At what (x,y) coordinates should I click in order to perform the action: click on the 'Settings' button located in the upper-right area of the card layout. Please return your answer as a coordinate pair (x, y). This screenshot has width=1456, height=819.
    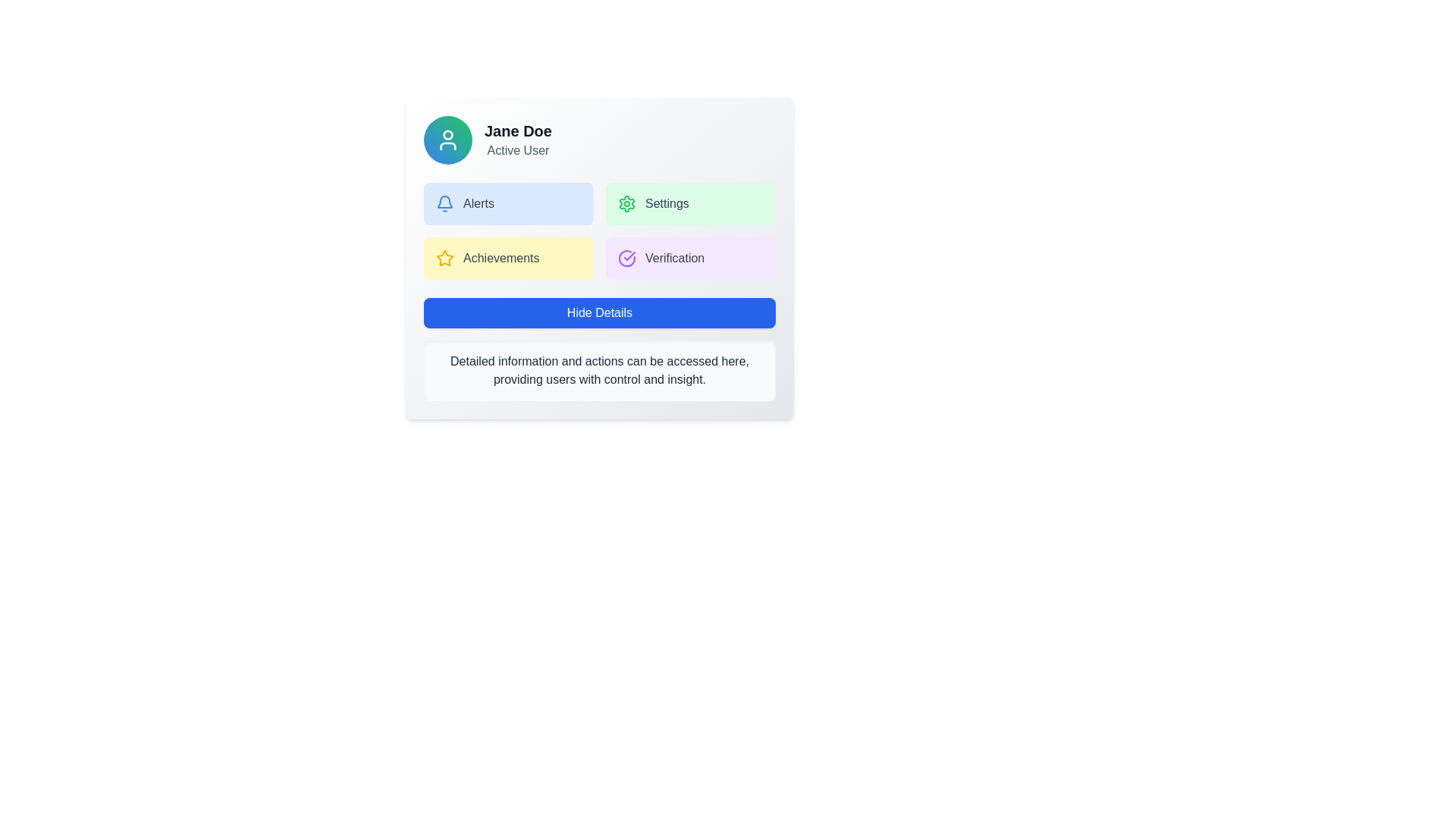
    Looking at the image, I should click on (626, 203).